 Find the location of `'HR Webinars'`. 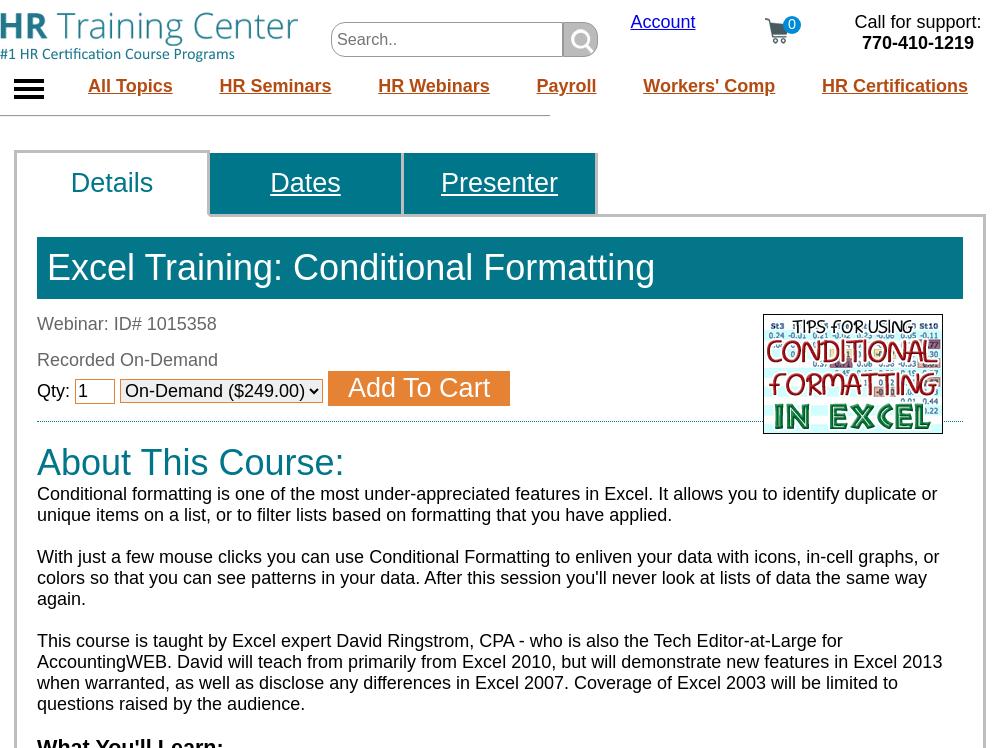

'HR Webinars' is located at coordinates (433, 83).